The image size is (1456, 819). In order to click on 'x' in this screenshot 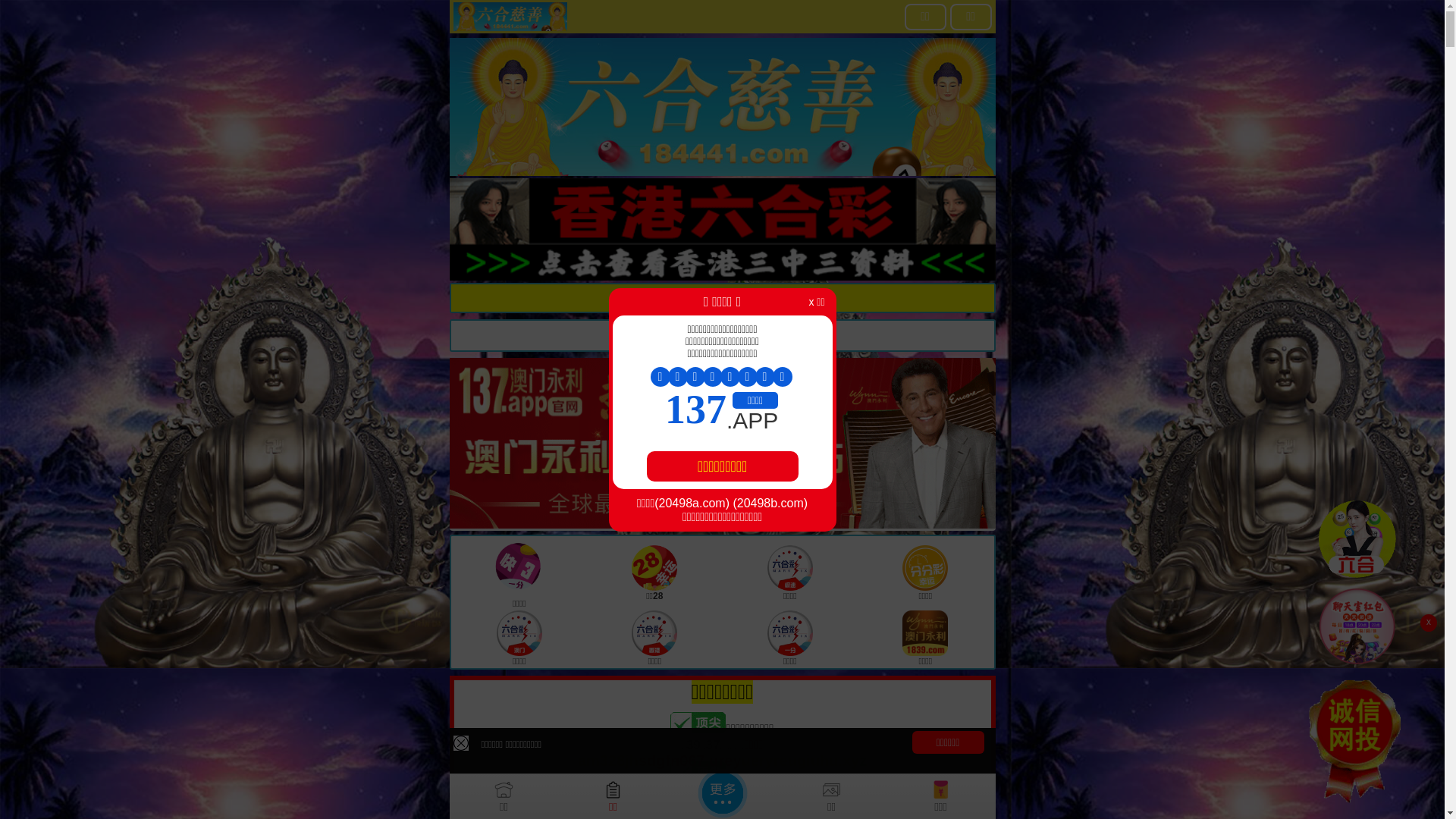, I will do `click(1427, 623)`.